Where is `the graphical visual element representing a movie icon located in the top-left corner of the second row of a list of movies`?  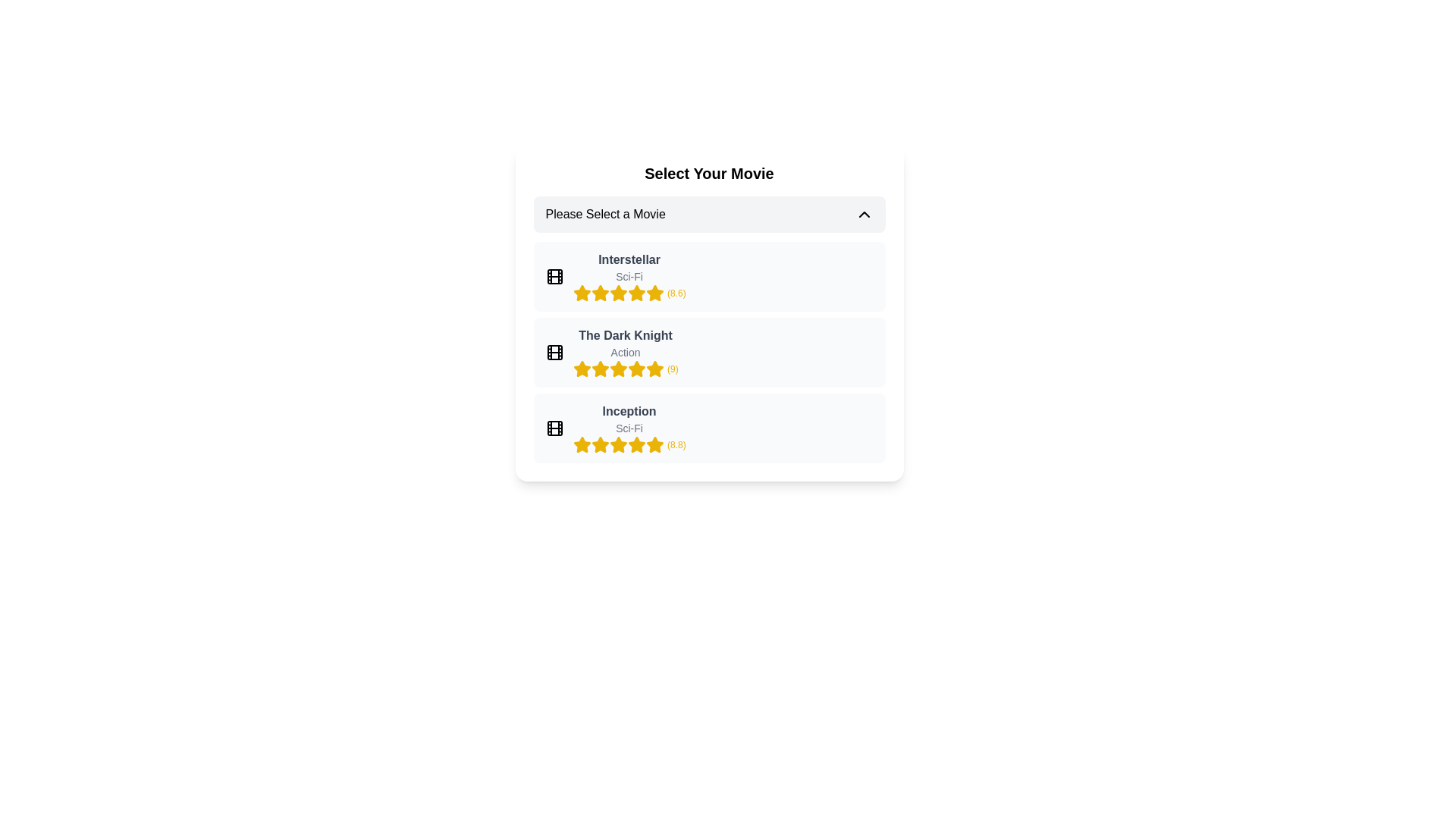
the graphical visual element representing a movie icon located in the top-left corner of the second row of a list of movies is located at coordinates (554, 353).